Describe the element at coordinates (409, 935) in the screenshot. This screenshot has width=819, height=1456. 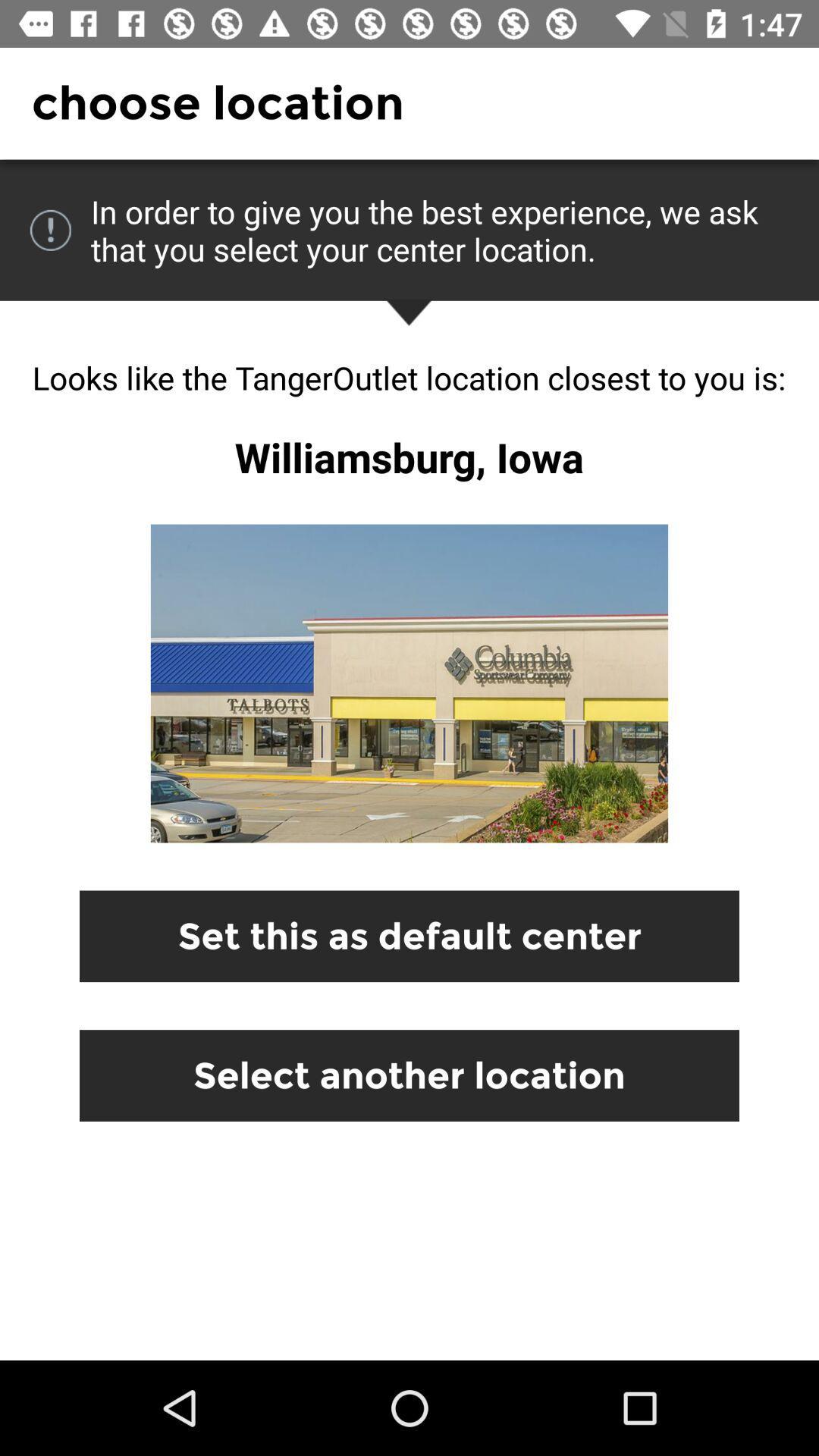
I see `the set this as item` at that location.